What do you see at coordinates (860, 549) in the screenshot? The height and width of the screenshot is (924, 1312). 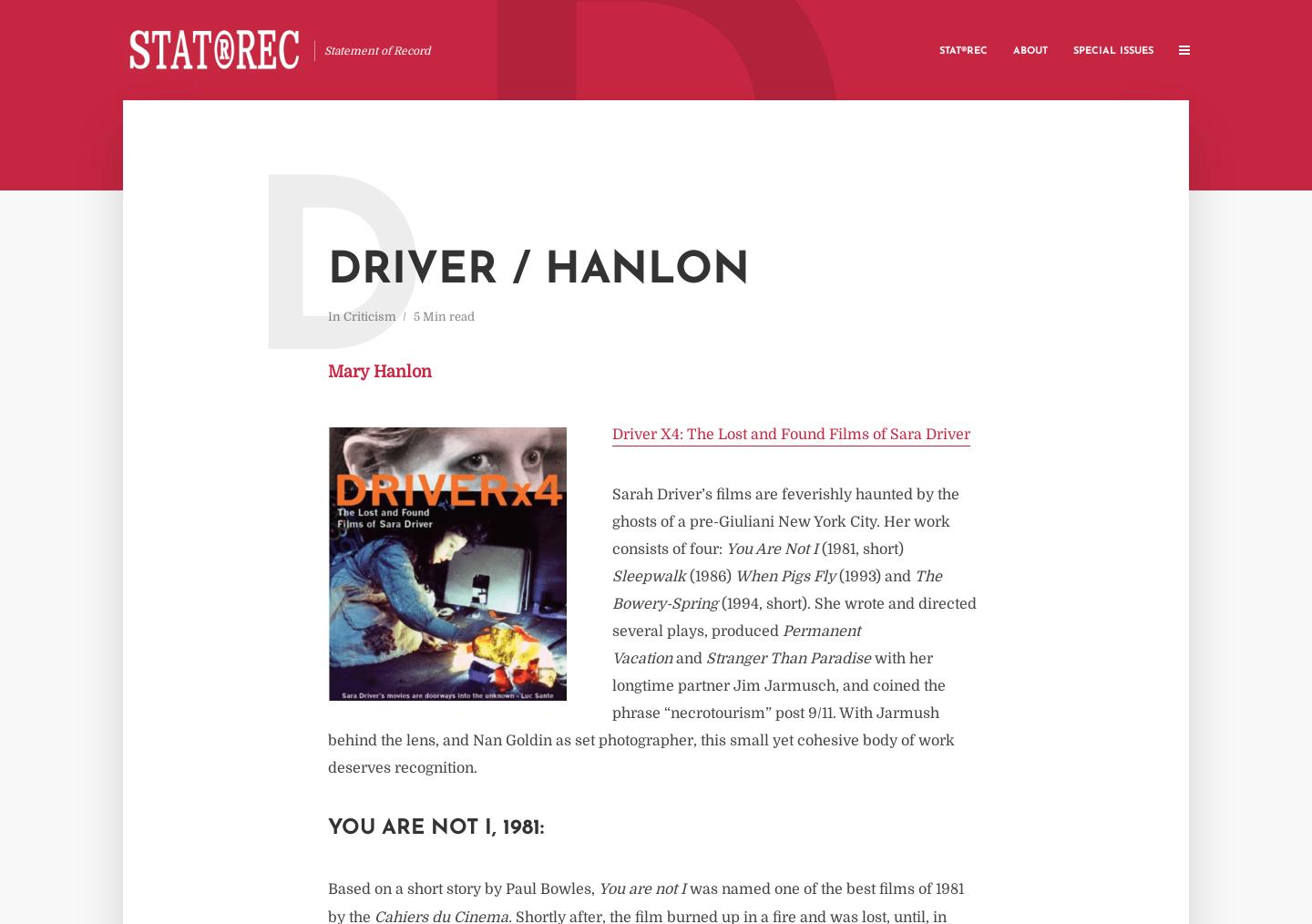 I see `'(1981, short)'` at bounding box center [860, 549].